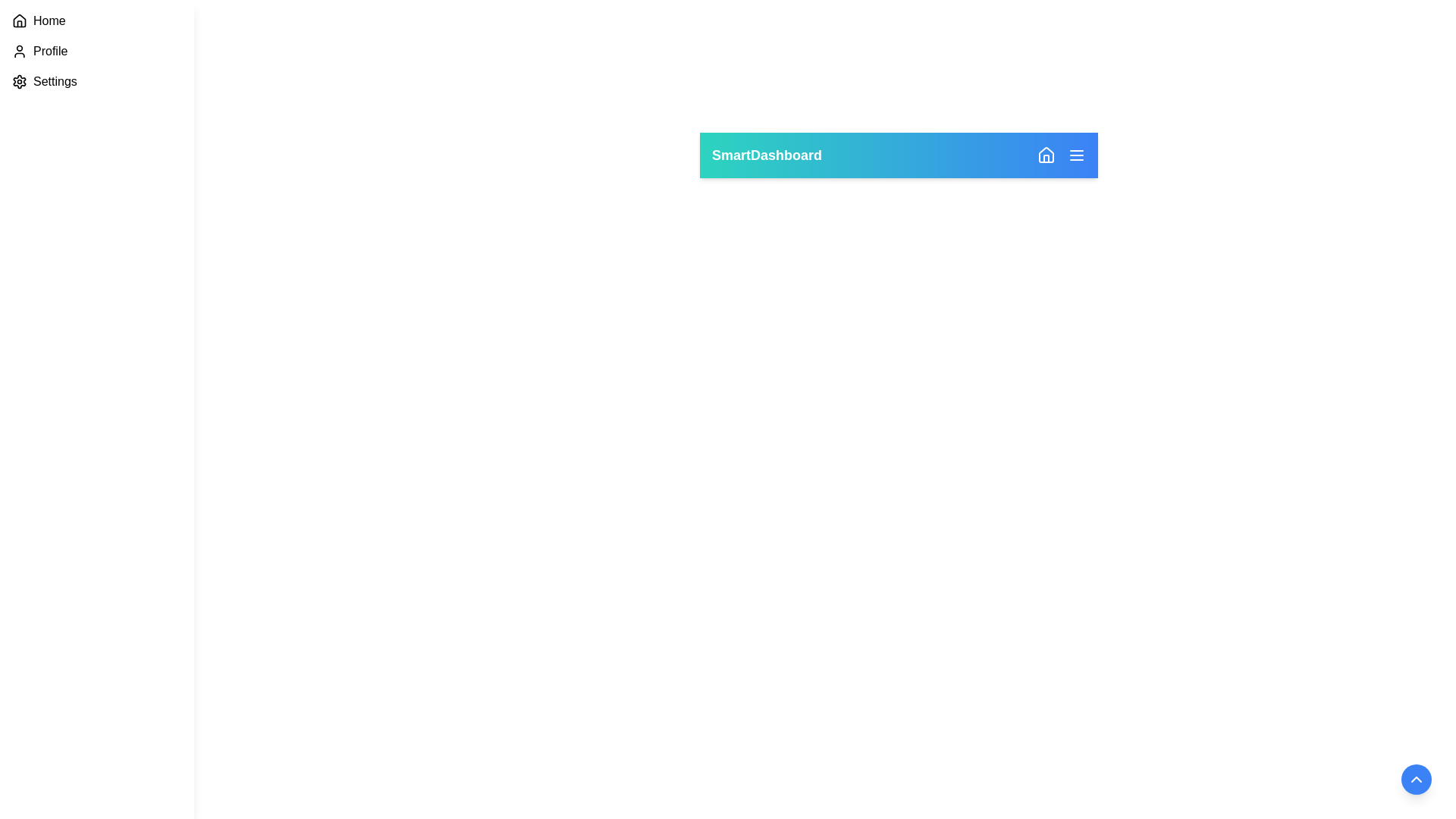 The width and height of the screenshot is (1456, 819). What do you see at coordinates (19, 82) in the screenshot?
I see `the gear-shaped icon in the sidebar menu next to the 'Settings' text` at bounding box center [19, 82].